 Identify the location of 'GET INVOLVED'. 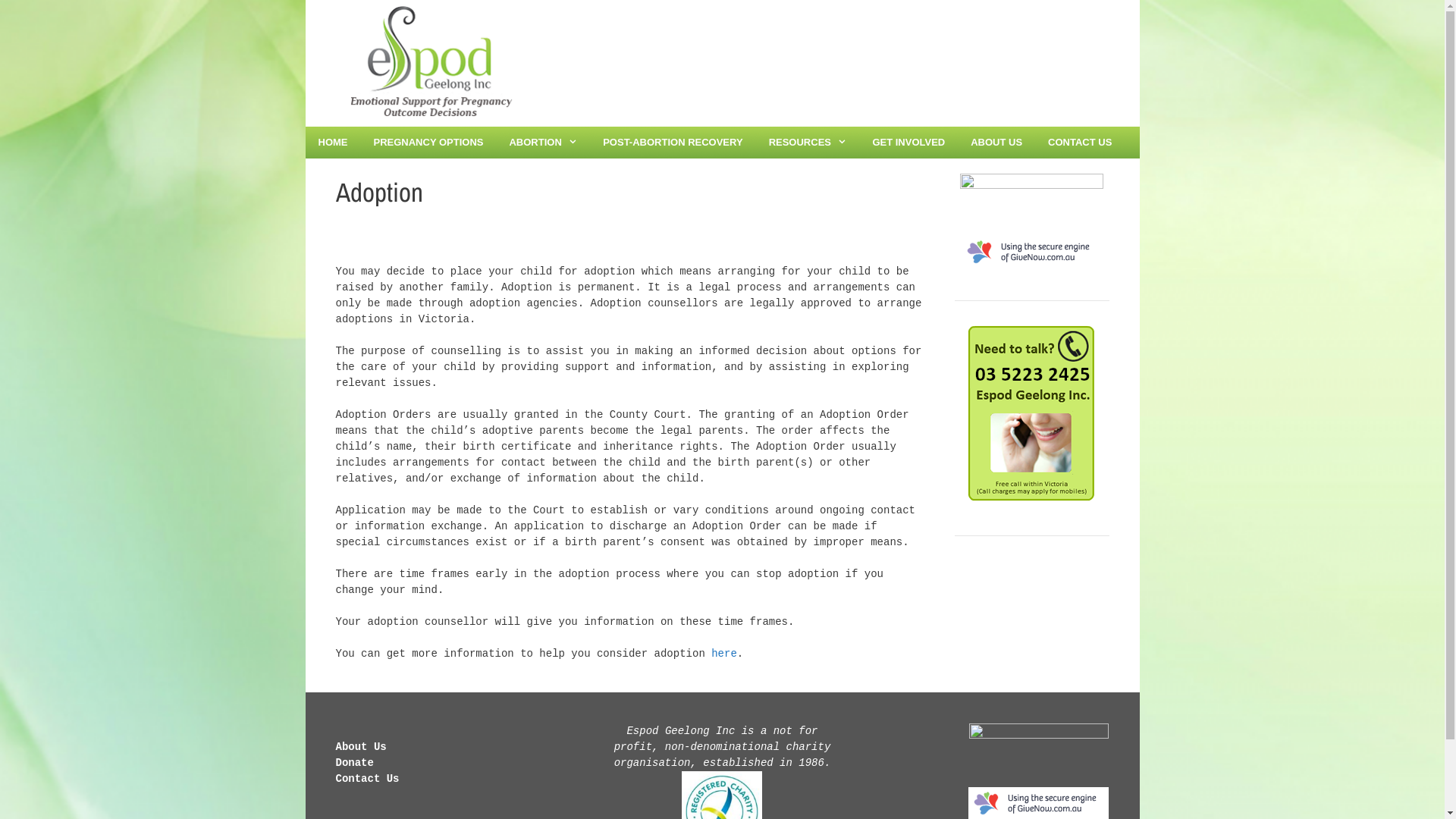
(908, 143).